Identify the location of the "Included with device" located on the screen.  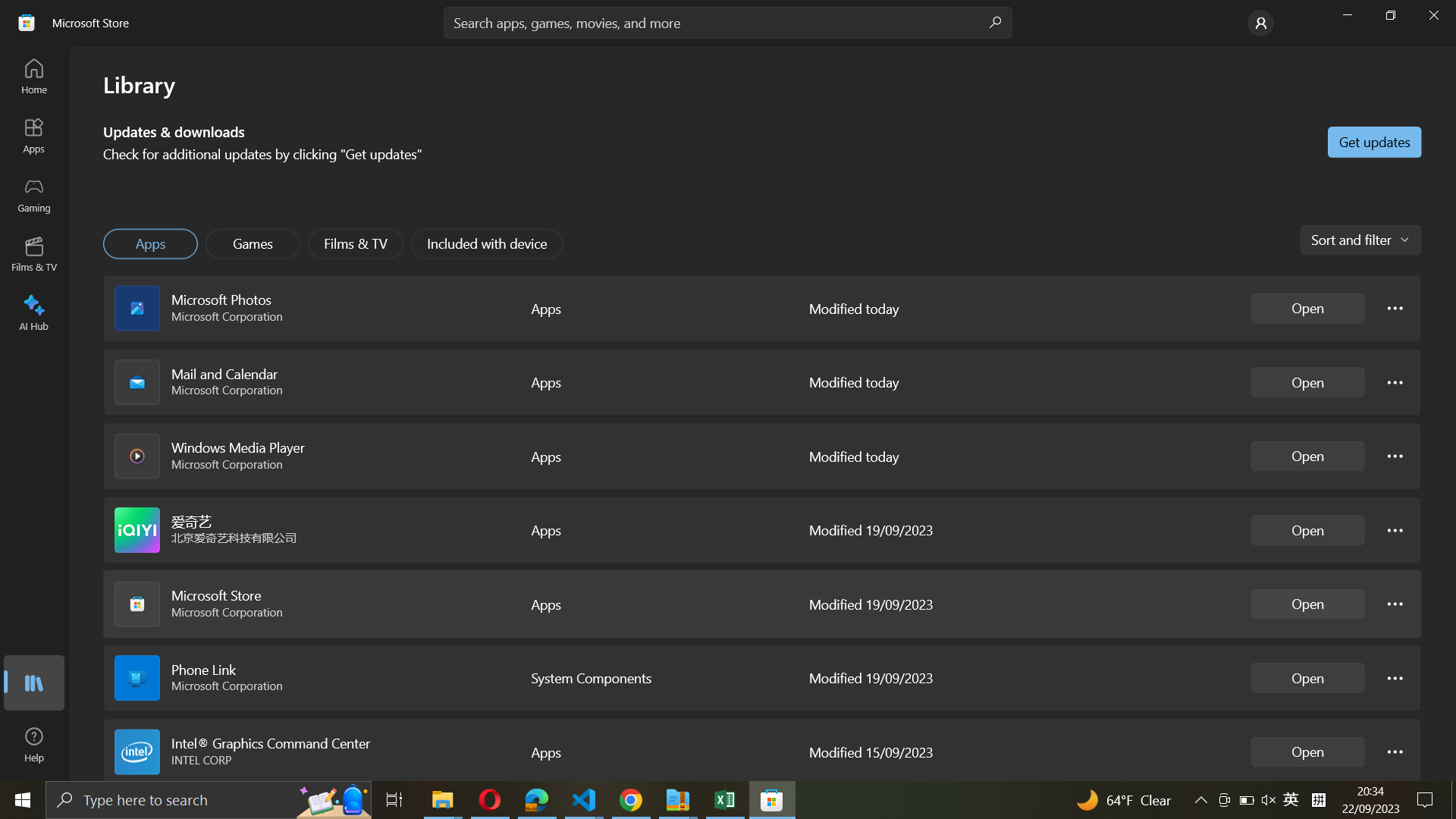
(488, 242).